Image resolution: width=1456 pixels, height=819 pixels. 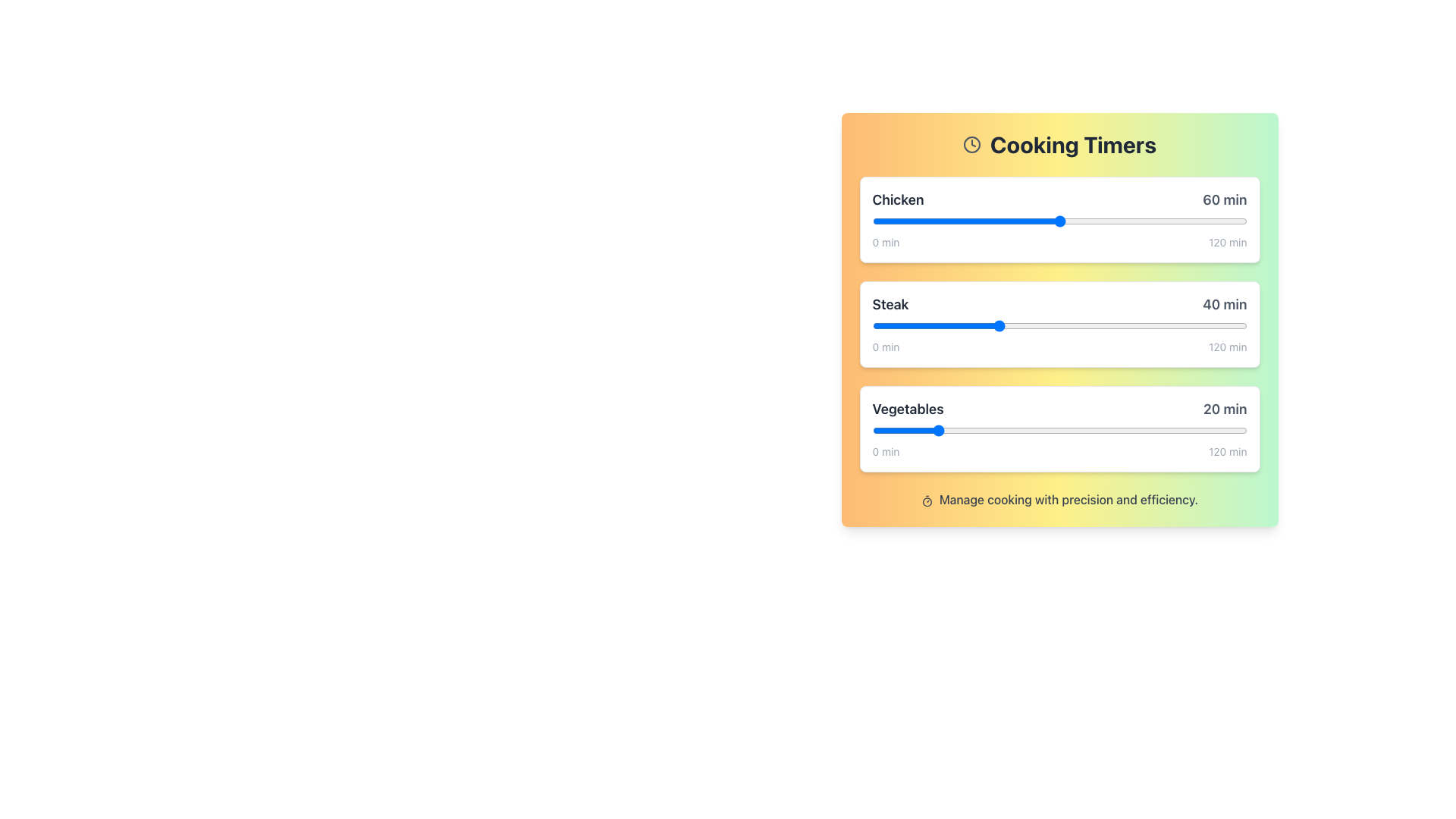 What do you see at coordinates (1059, 347) in the screenshot?
I see `the Range value labels located beneath the '40 min' slider in the 'Steak' section of the 'Cooking Timers' interface` at bounding box center [1059, 347].